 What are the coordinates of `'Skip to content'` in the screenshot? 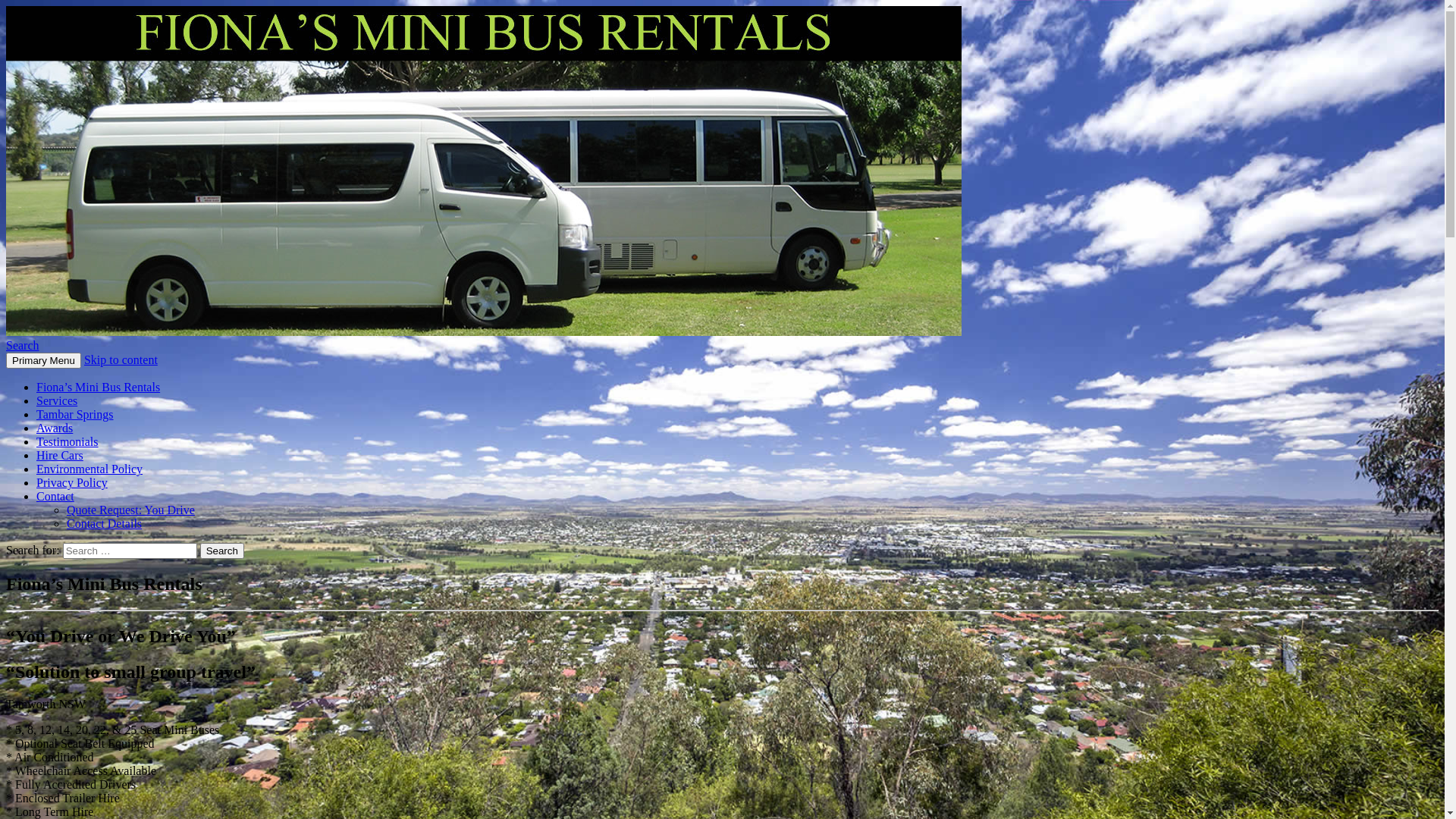 It's located at (120, 359).